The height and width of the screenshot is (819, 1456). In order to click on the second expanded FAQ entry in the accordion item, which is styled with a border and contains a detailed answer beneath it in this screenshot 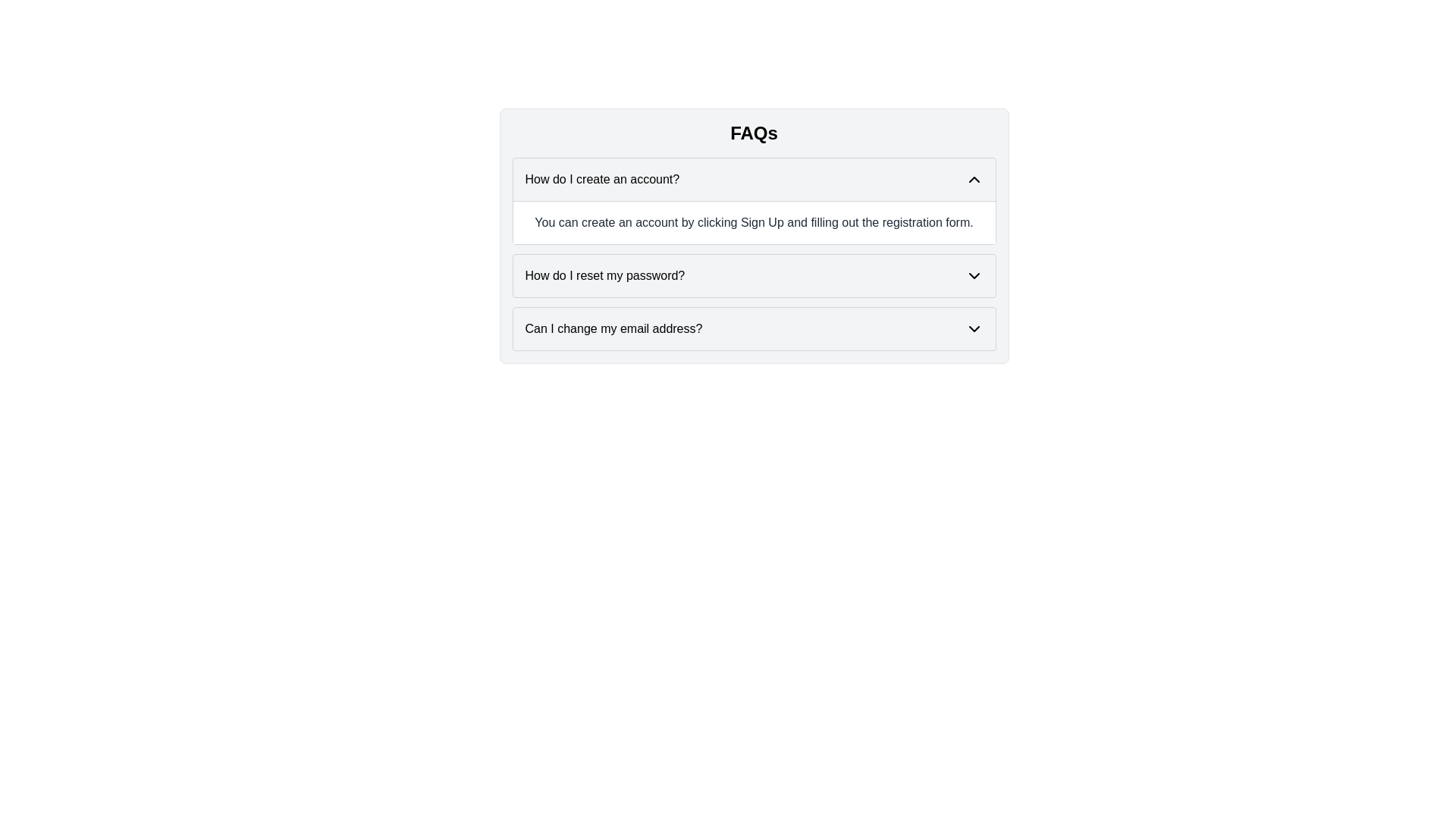, I will do `click(754, 253)`.